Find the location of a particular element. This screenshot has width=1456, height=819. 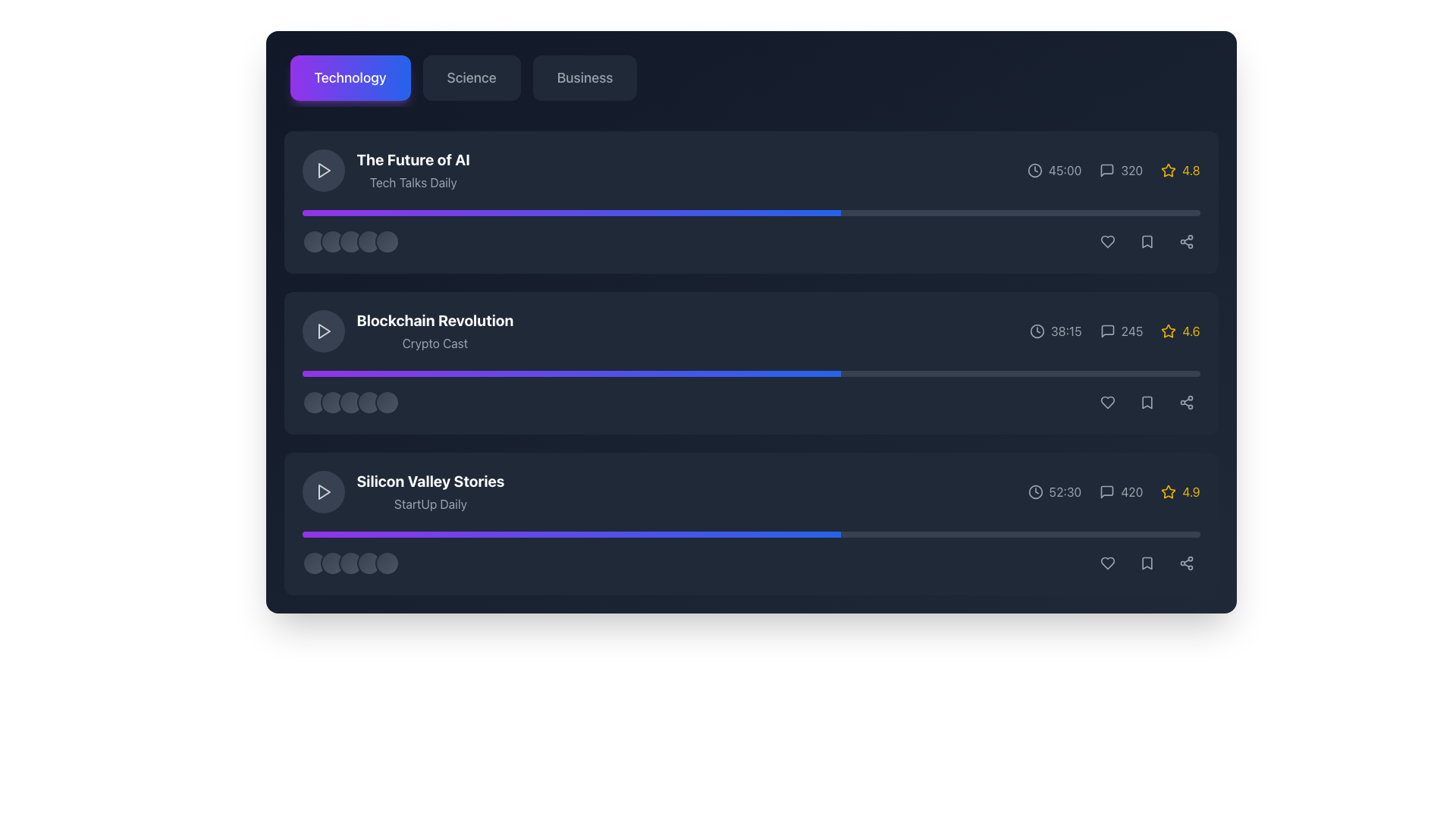

the second circular indicator in the group positioned below the text 'The Future of AI' and the purple progress bar is located at coordinates (331, 241).